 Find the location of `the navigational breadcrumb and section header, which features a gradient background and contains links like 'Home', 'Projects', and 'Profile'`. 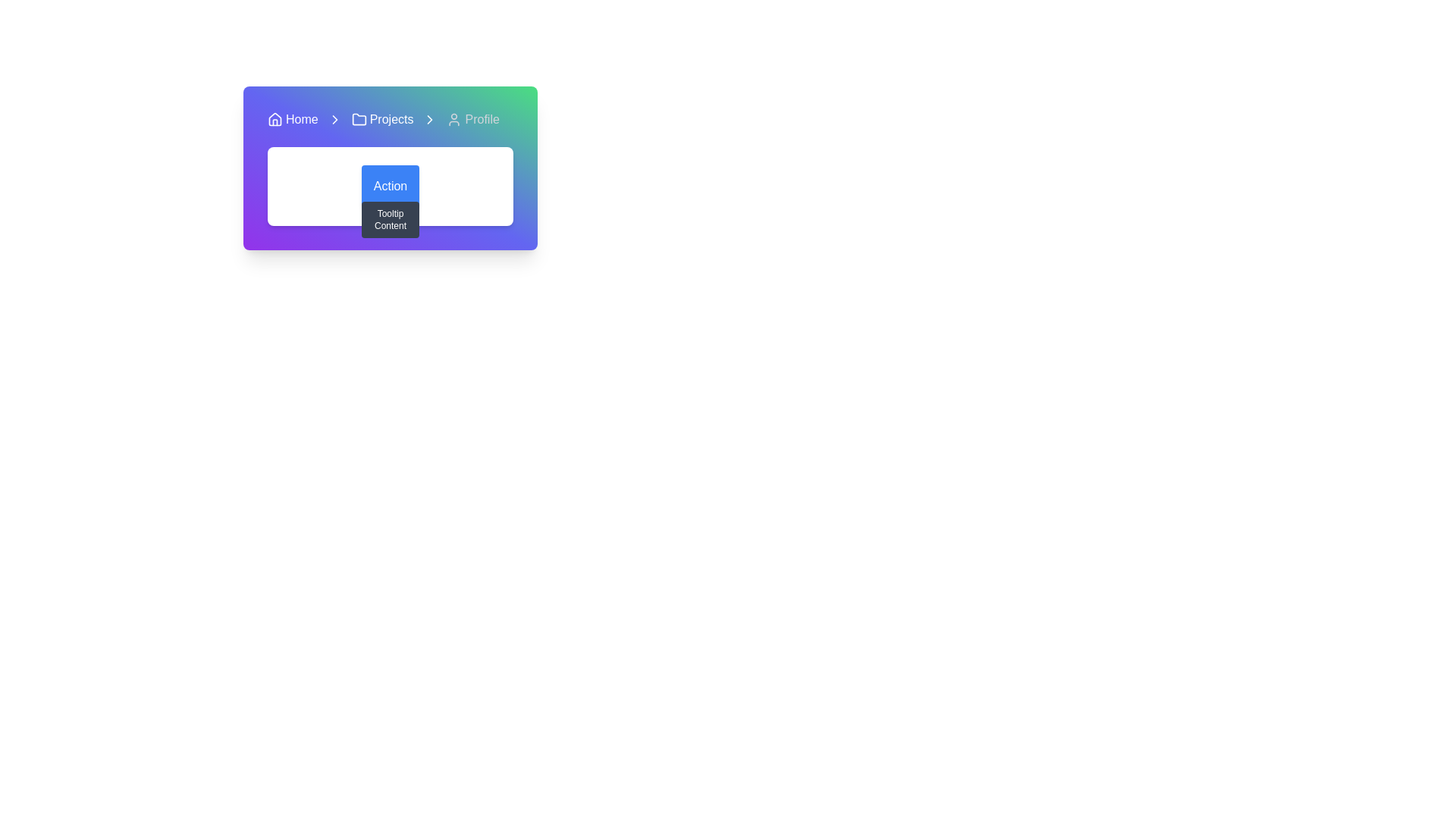

the navigational breadcrumb and section header, which features a gradient background and contains links like 'Home', 'Projects', and 'Profile' is located at coordinates (390, 168).